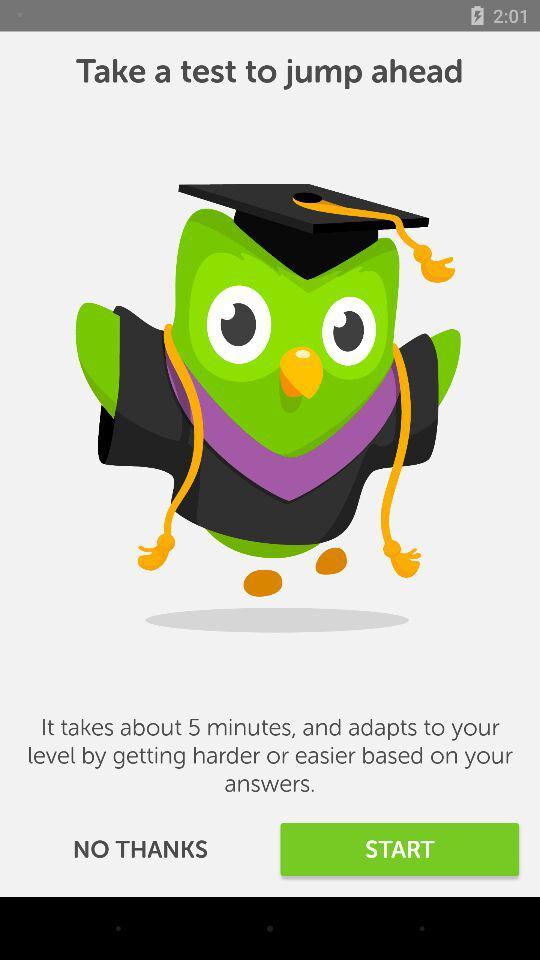  What do you see at coordinates (399, 848) in the screenshot?
I see `the icon at the bottom right corner` at bounding box center [399, 848].